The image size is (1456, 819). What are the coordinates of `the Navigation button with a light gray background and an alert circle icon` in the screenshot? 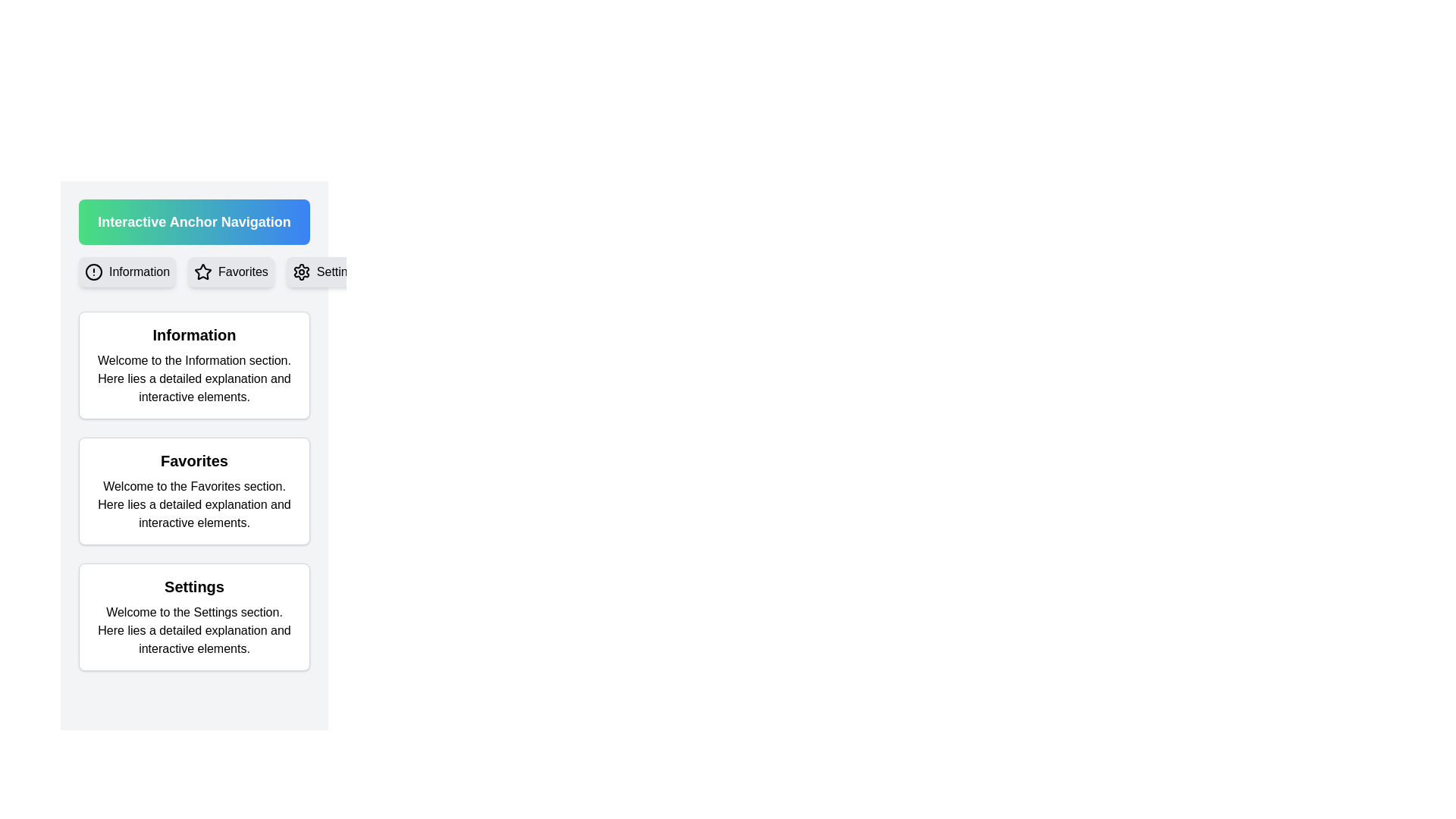 It's located at (127, 271).